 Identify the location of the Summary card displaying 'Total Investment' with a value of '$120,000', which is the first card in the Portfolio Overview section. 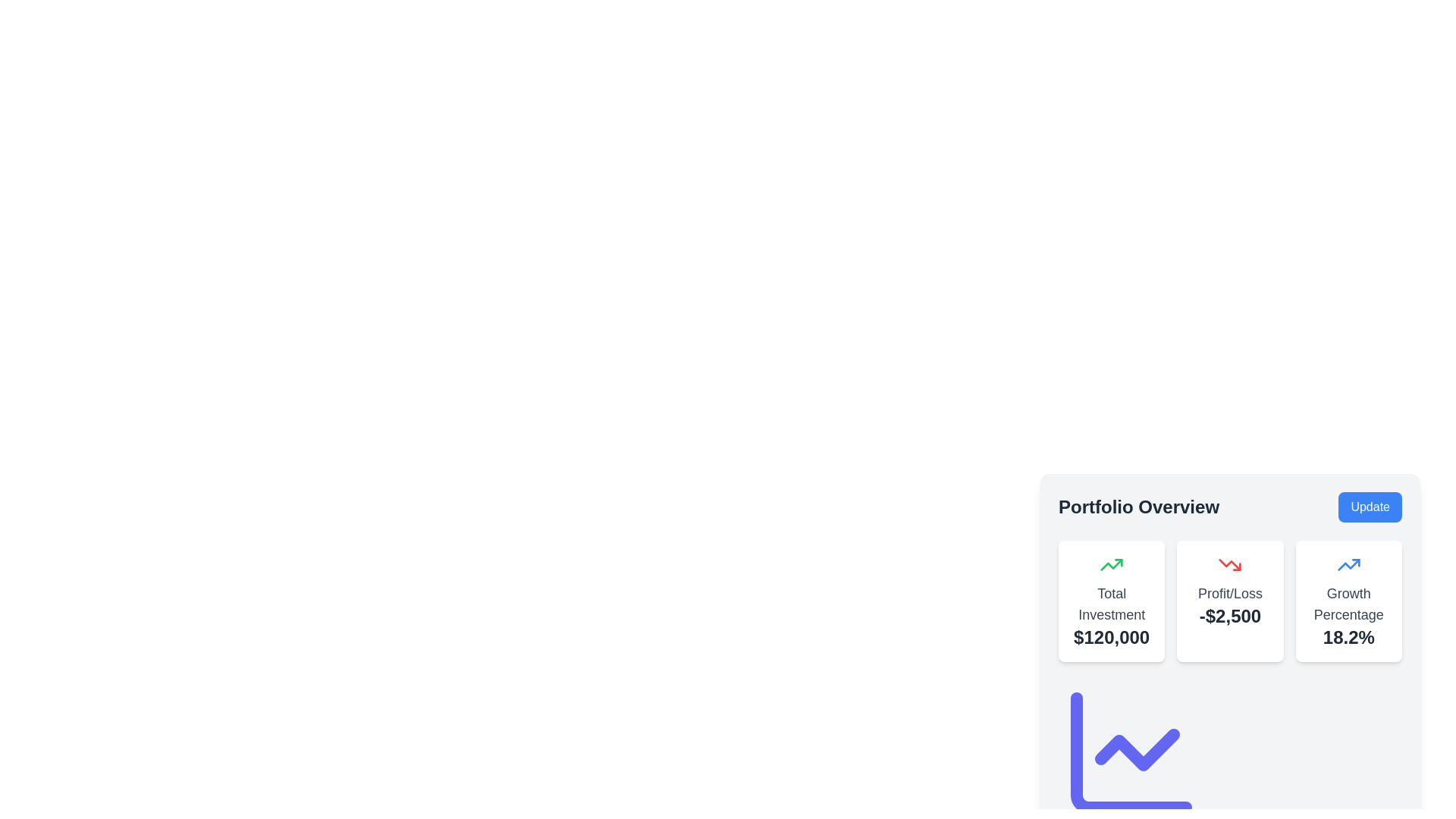
(1112, 601).